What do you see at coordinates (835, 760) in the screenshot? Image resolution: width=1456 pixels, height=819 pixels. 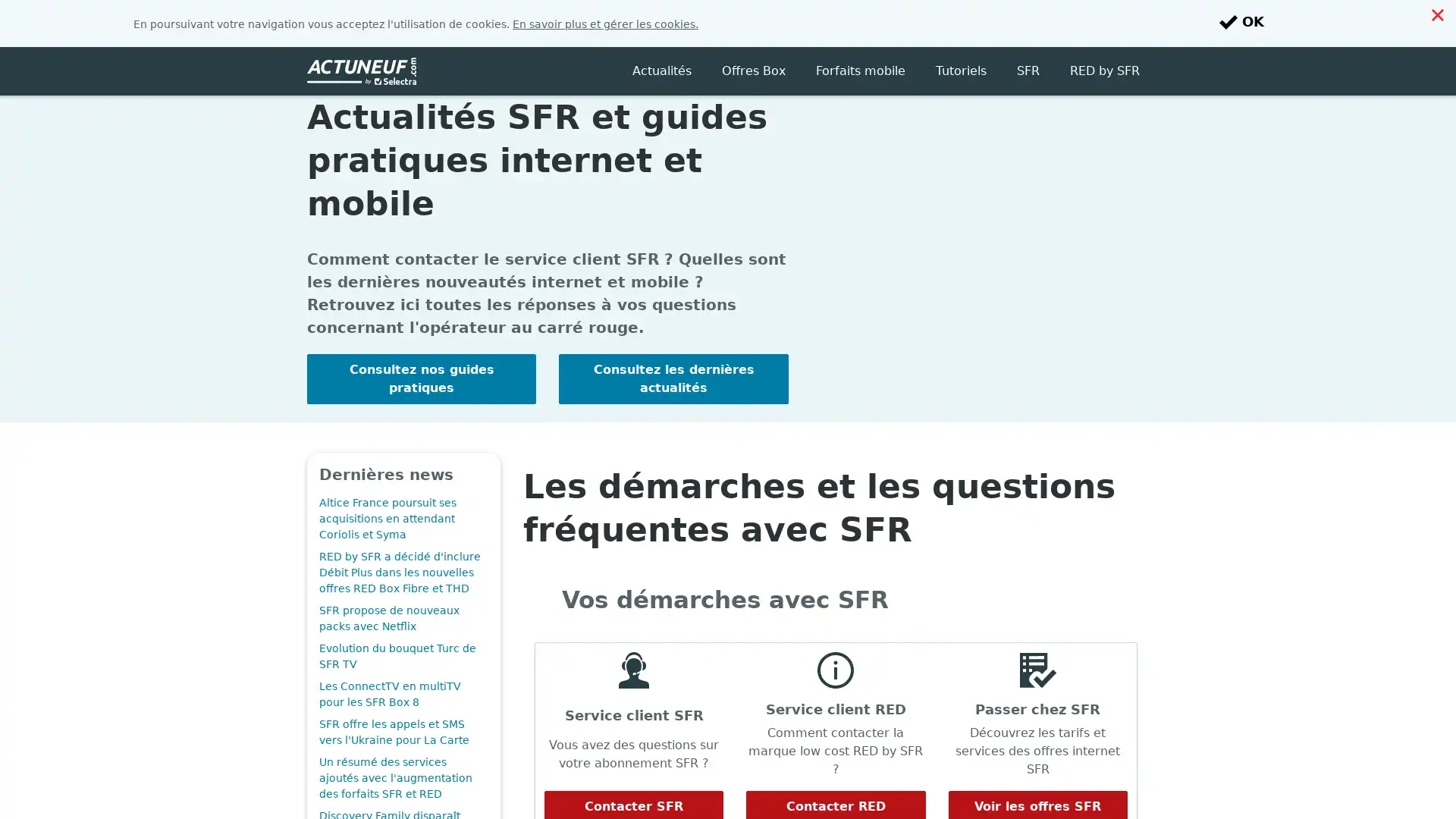 I see `Contacter RED` at bounding box center [835, 760].